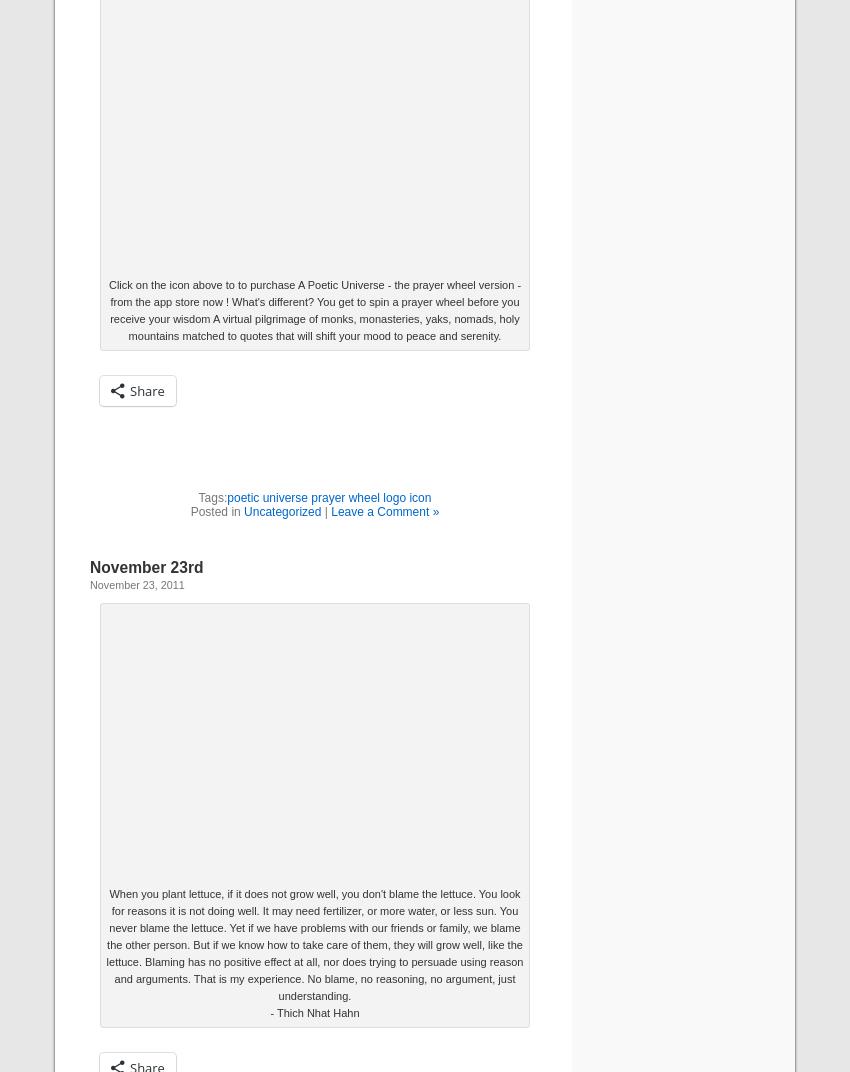 The width and height of the screenshot is (850, 1072). Describe the element at coordinates (137, 583) in the screenshot. I see `'November 23, 2011'` at that location.